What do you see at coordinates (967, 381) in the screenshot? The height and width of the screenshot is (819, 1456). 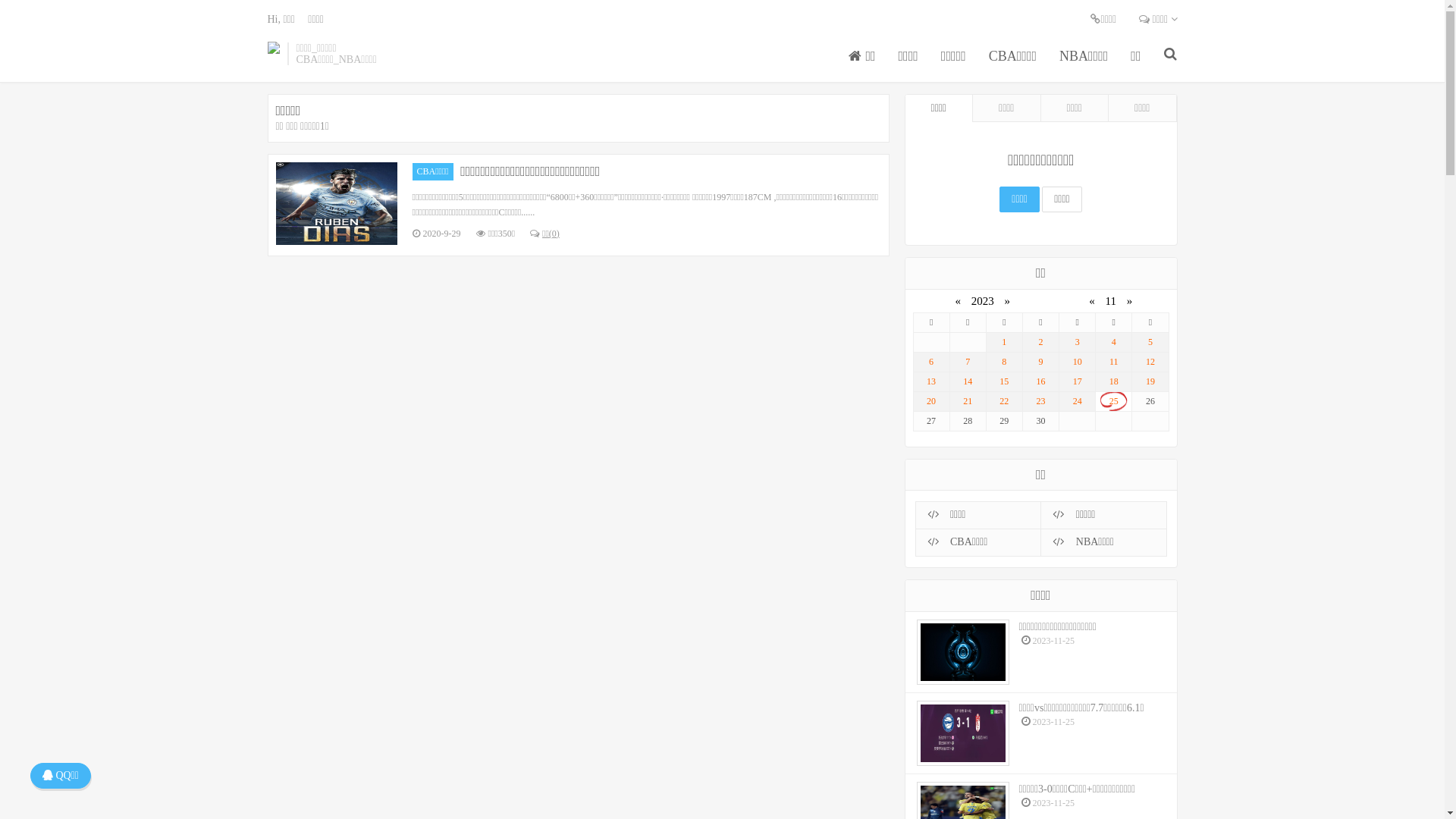 I see `'14'` at bounding box center [967, 381].